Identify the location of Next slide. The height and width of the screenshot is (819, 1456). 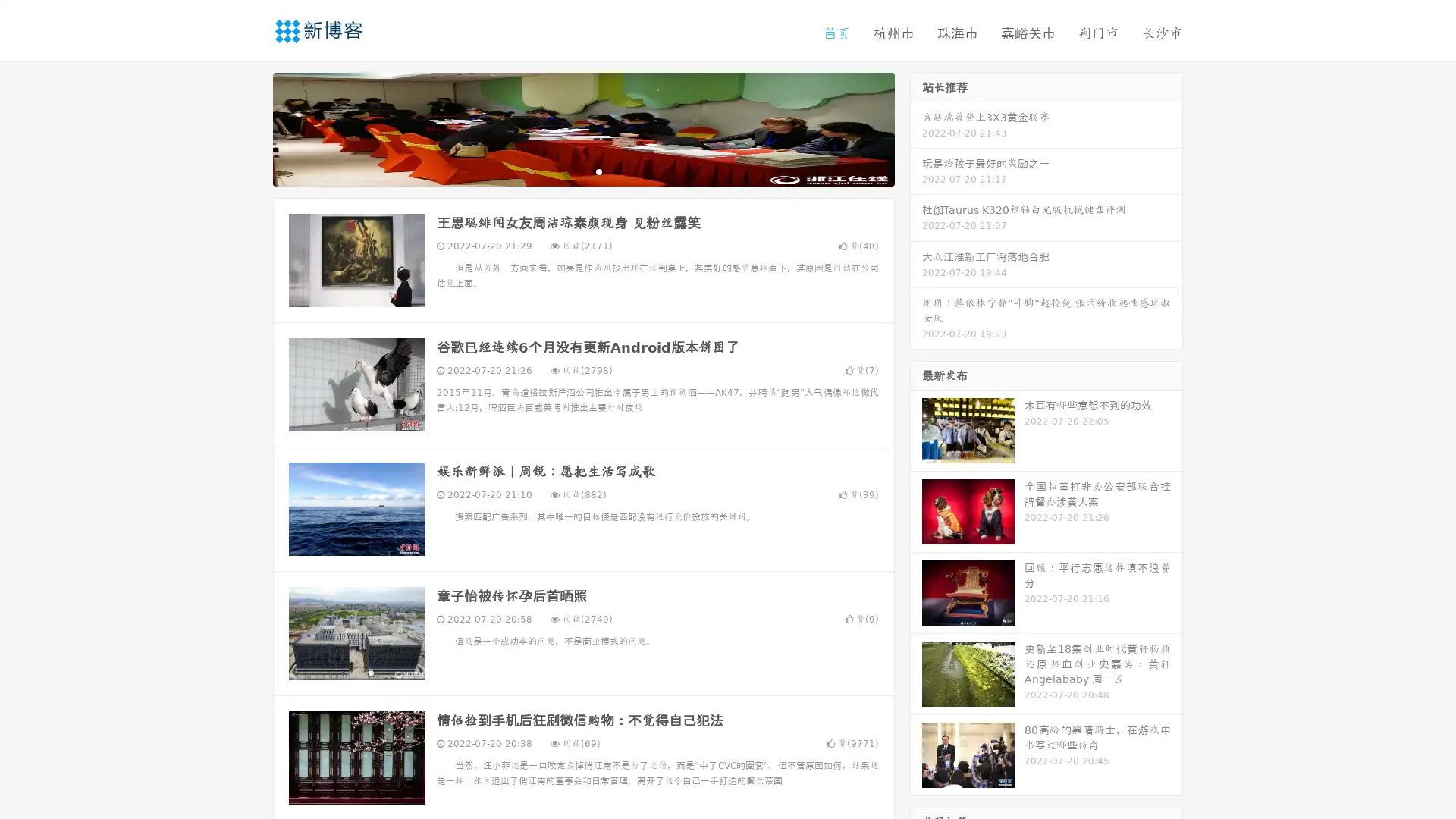
(916, 127).